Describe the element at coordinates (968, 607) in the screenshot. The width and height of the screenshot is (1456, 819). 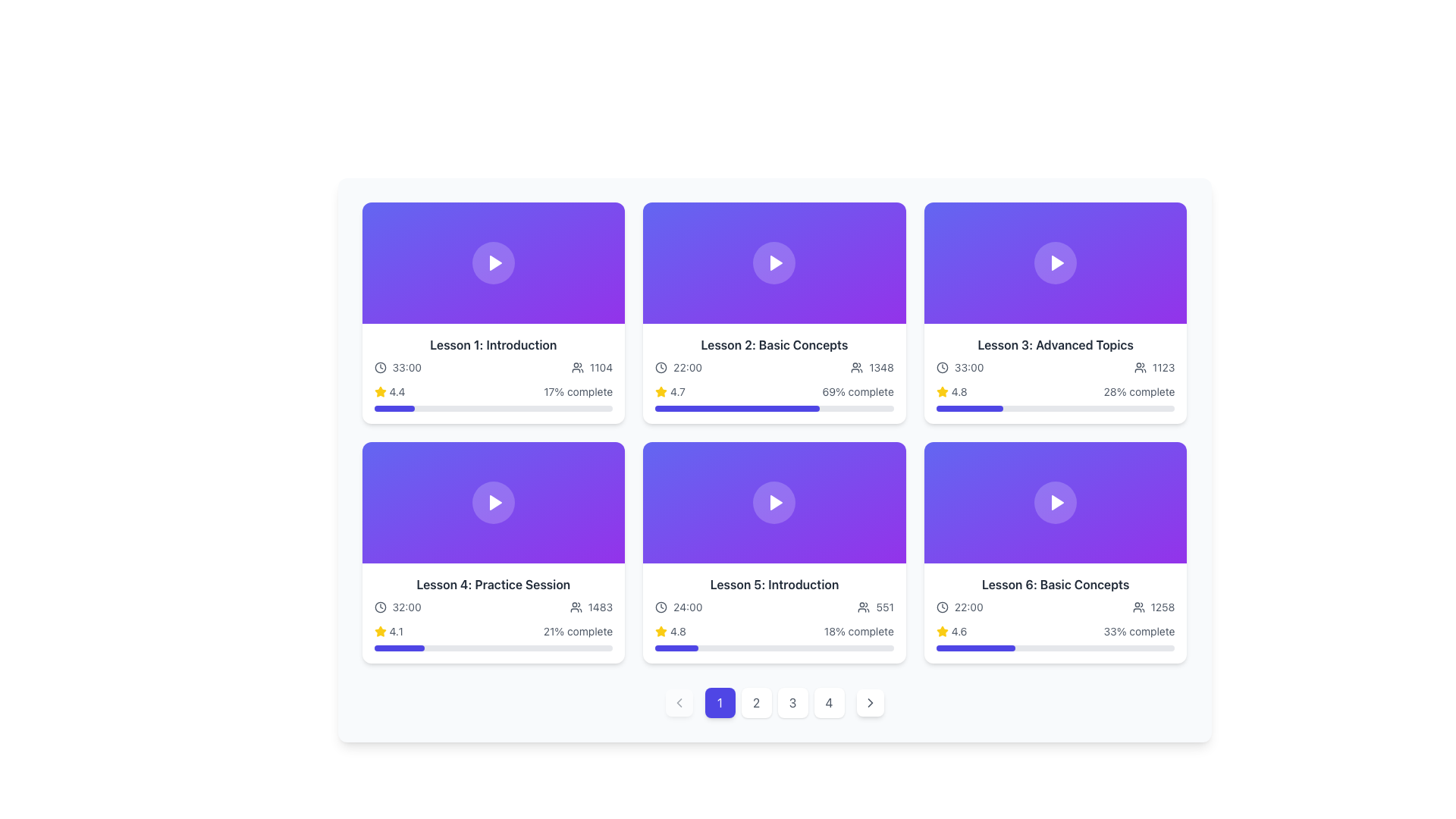
I see `the text element displaying '22:00' in light gray color, which is located in the second row of the sixth card, alongside a clock icon` at that location.